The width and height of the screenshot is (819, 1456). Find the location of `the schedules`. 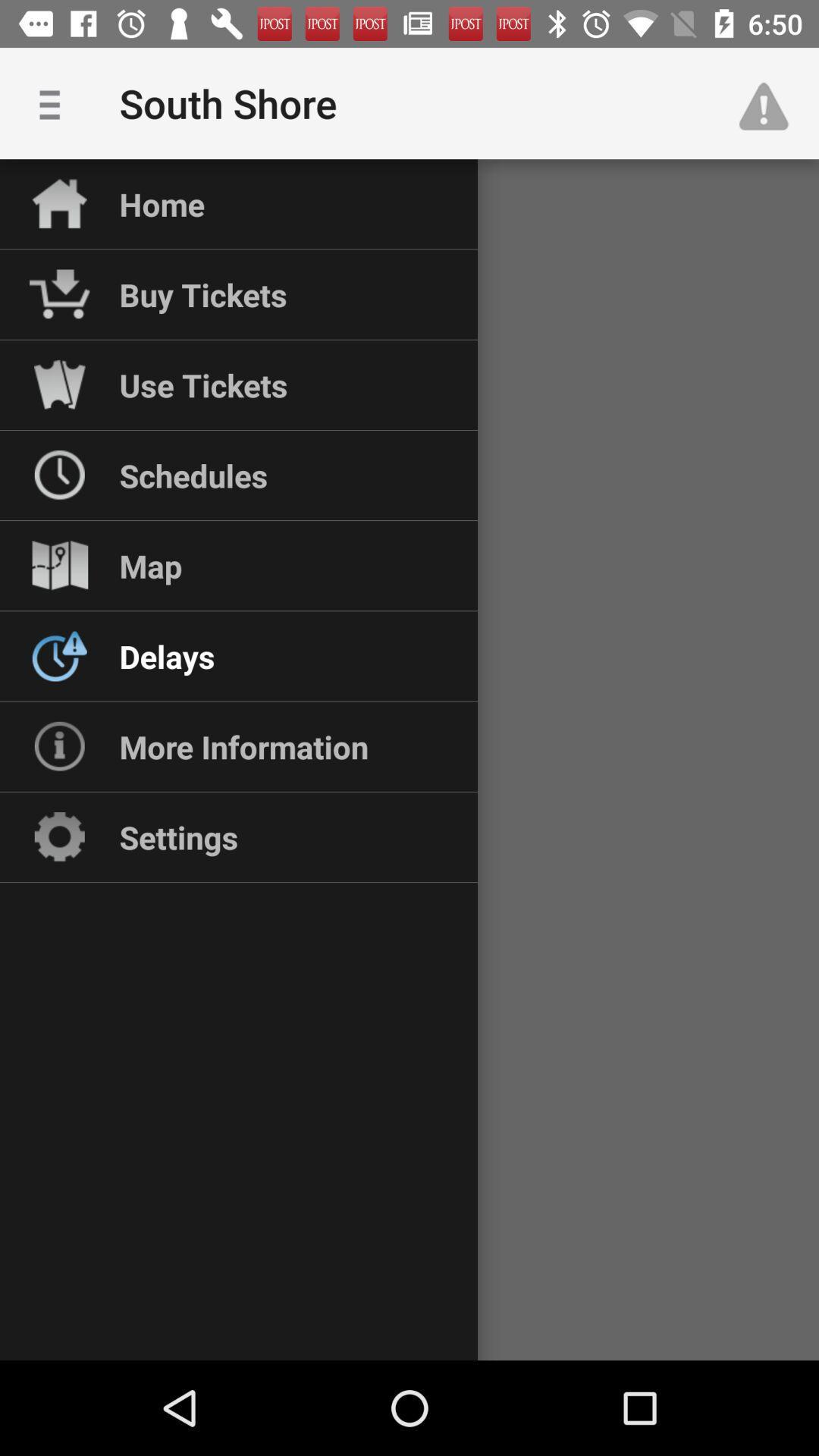

the schedules is located at coordinates (193, 475).